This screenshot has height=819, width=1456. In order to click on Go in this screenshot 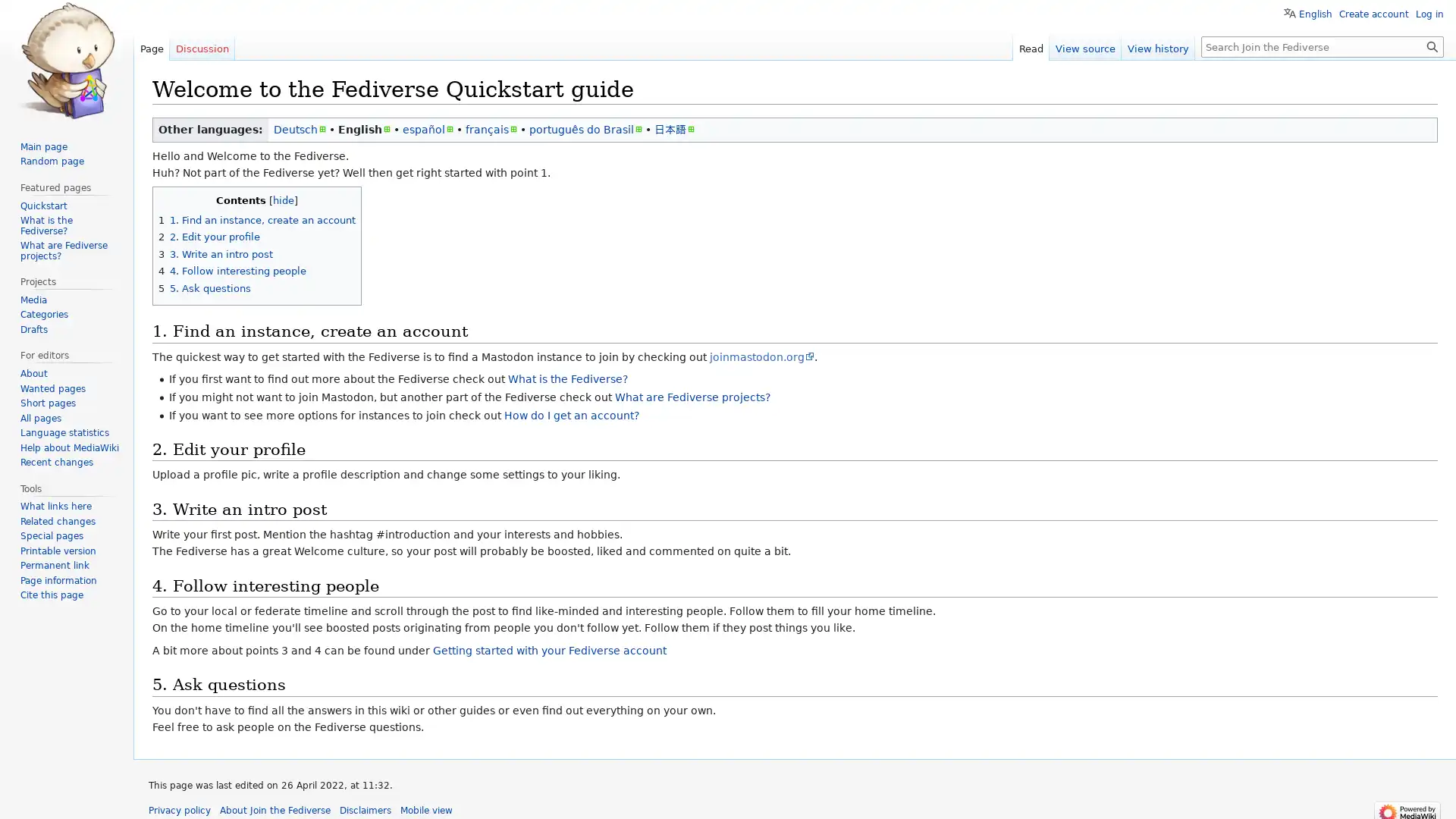, I will do `click(1432, 45)`.